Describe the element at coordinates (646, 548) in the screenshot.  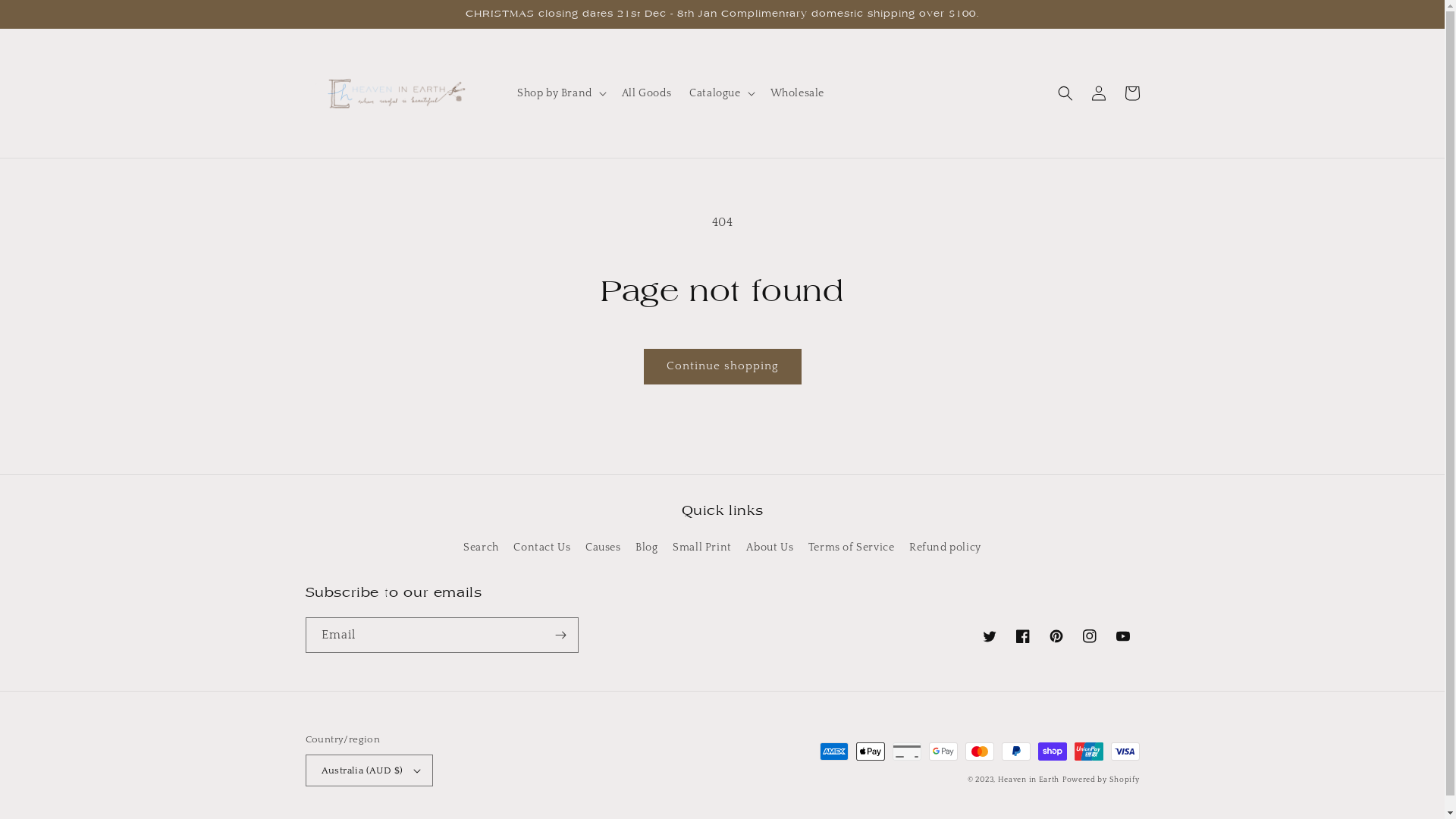
I see `'Blog'` at that location.